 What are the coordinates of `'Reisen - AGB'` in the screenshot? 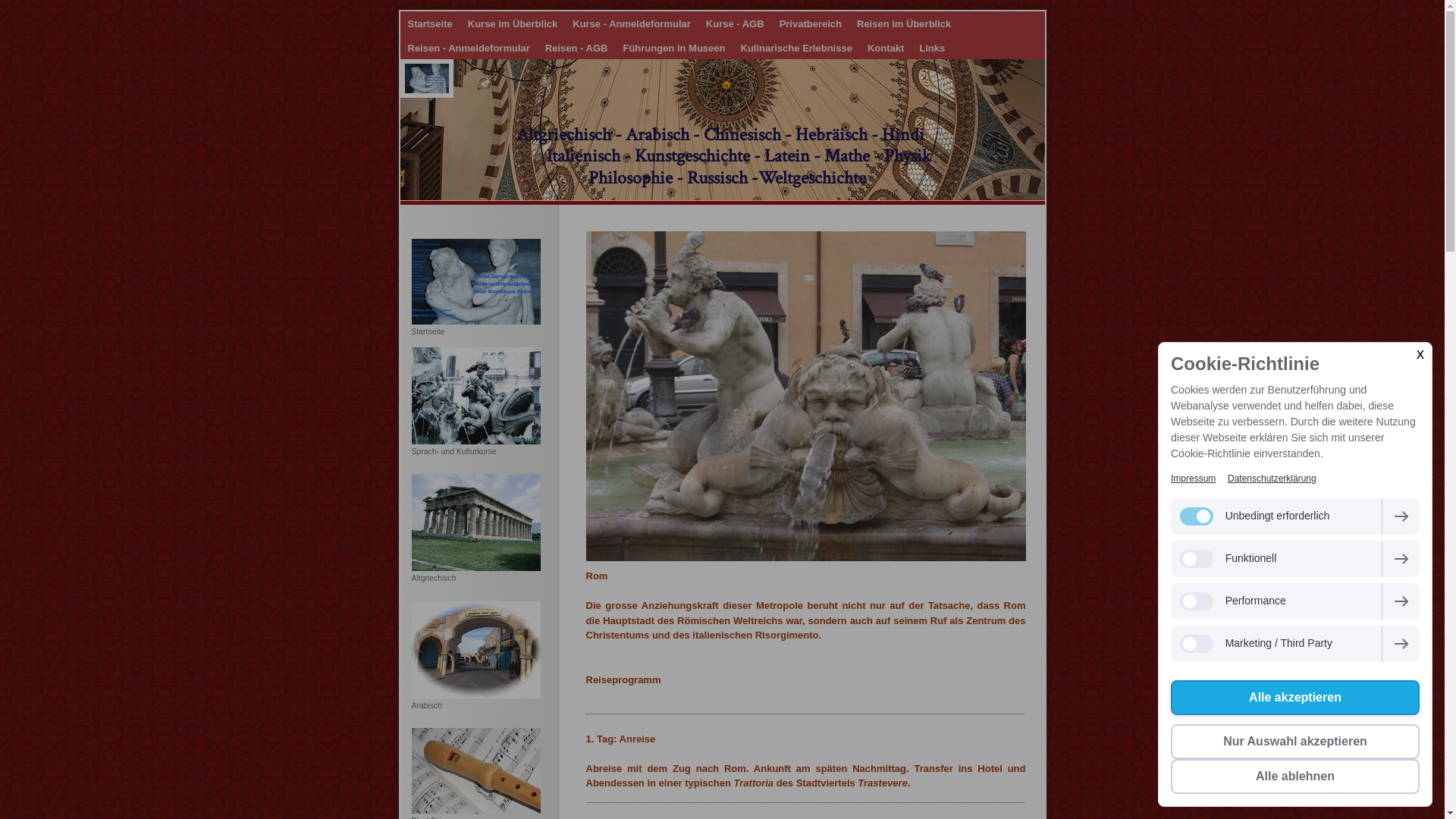 It's located at (576, 46).